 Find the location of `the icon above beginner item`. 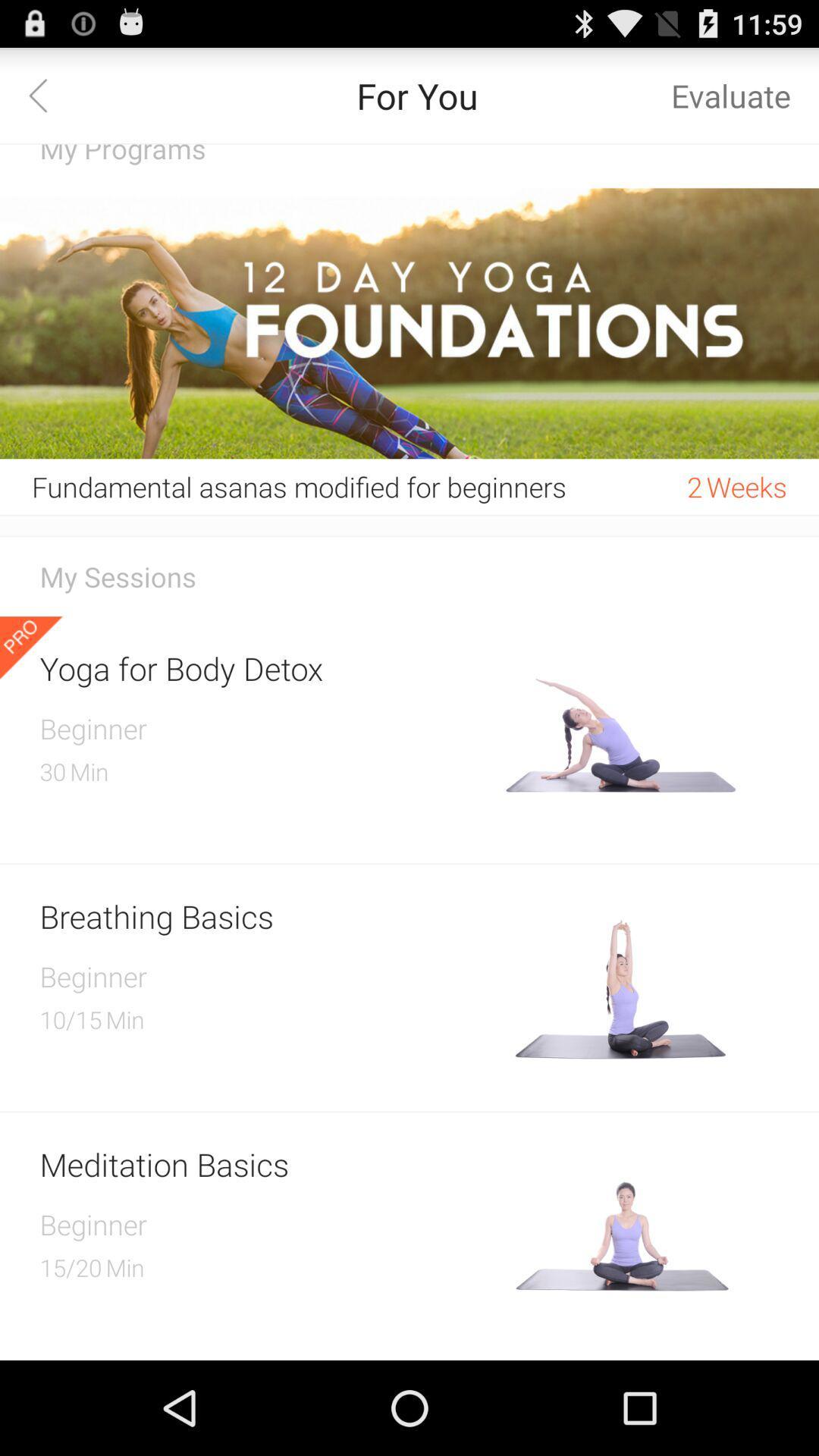

the icon above beginner item is located at coordinates (266, 667).